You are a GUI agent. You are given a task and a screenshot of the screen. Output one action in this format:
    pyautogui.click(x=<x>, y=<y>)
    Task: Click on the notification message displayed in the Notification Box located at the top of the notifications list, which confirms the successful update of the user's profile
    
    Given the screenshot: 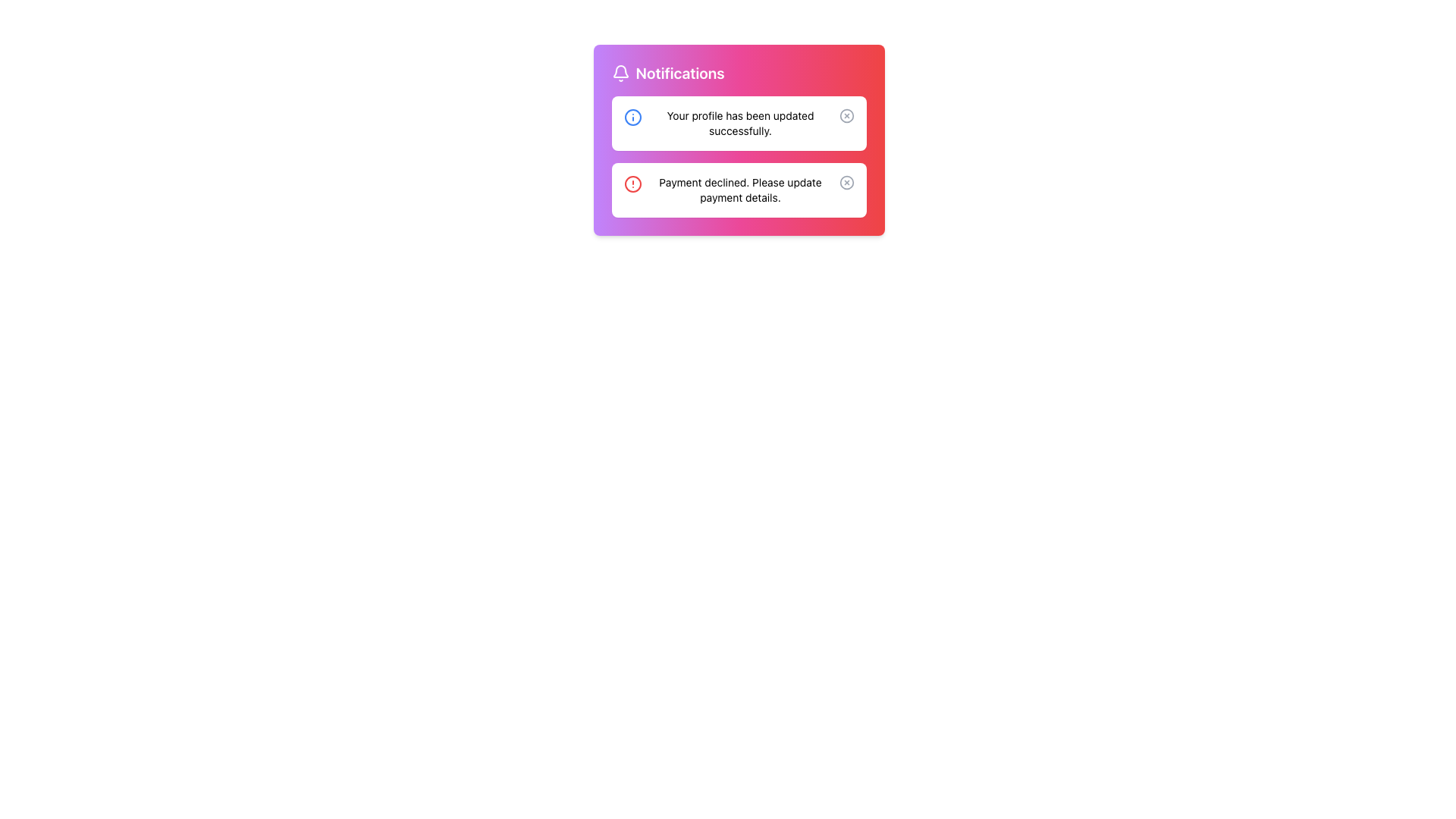 What is the action you would take?
    pyautogui.click(x=739, y=122)
    